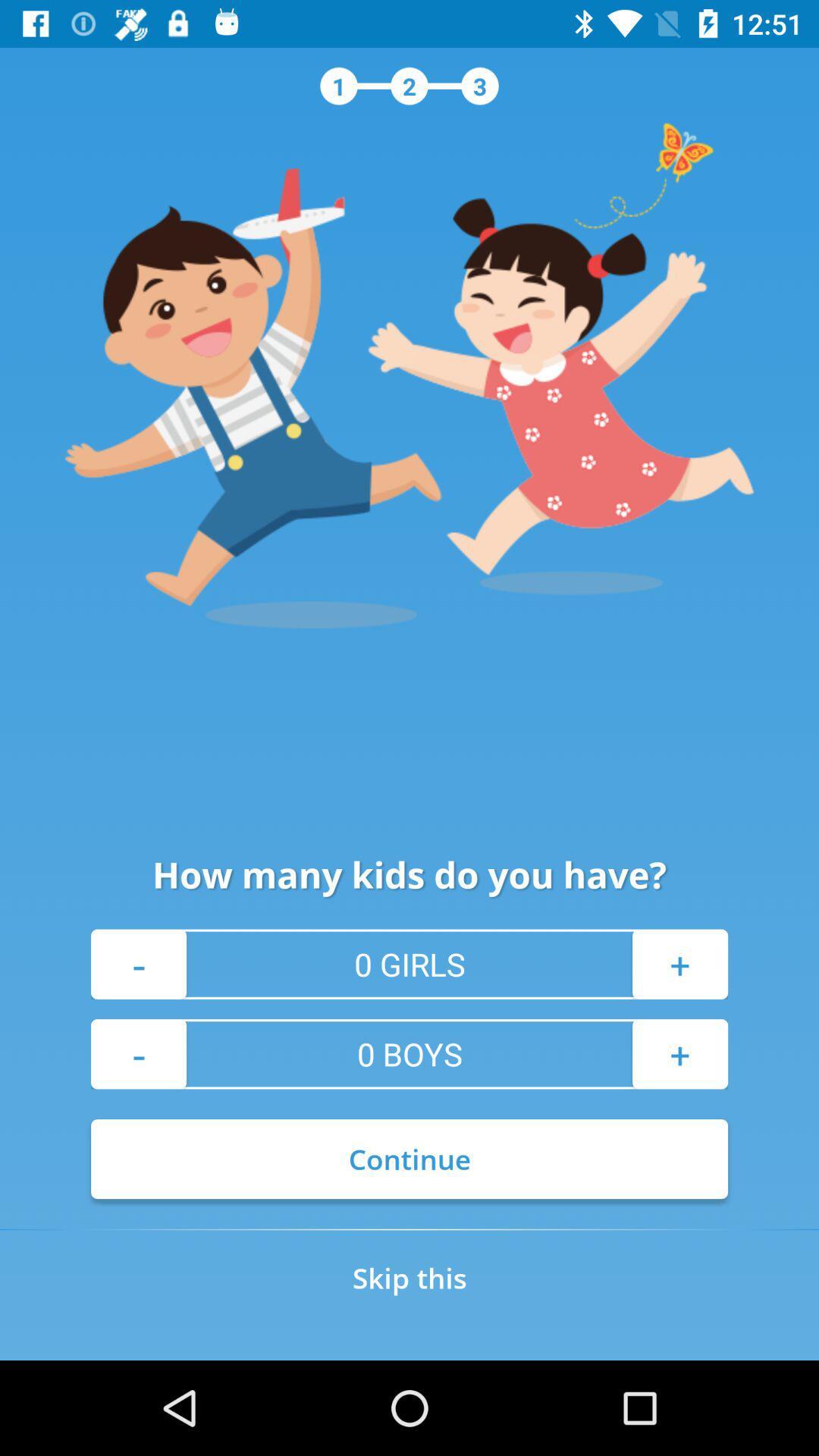  Describe the element at coordinates (679, 1053) in the screenshot. I see `icon next to 0 boys icon` at that location.